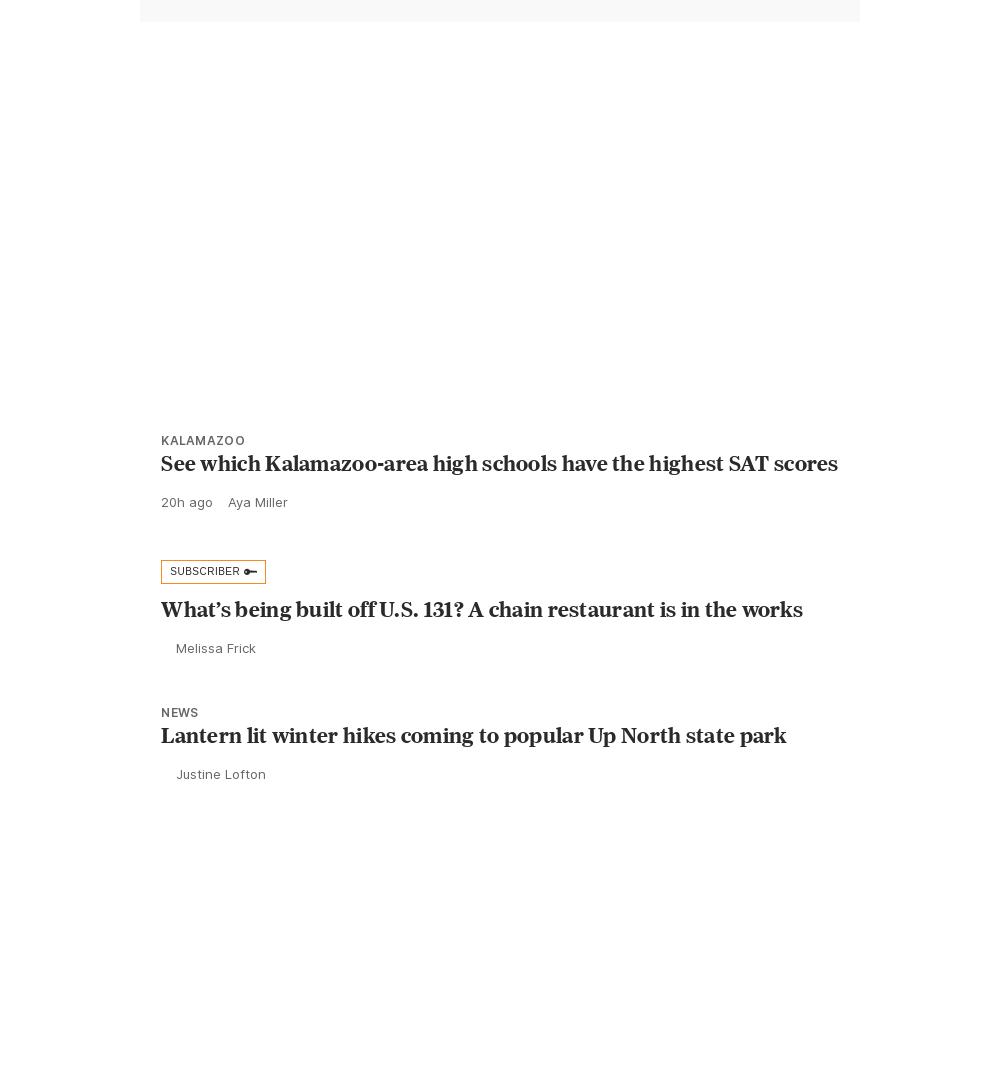  I want to click on 'News', so click(179, 755).